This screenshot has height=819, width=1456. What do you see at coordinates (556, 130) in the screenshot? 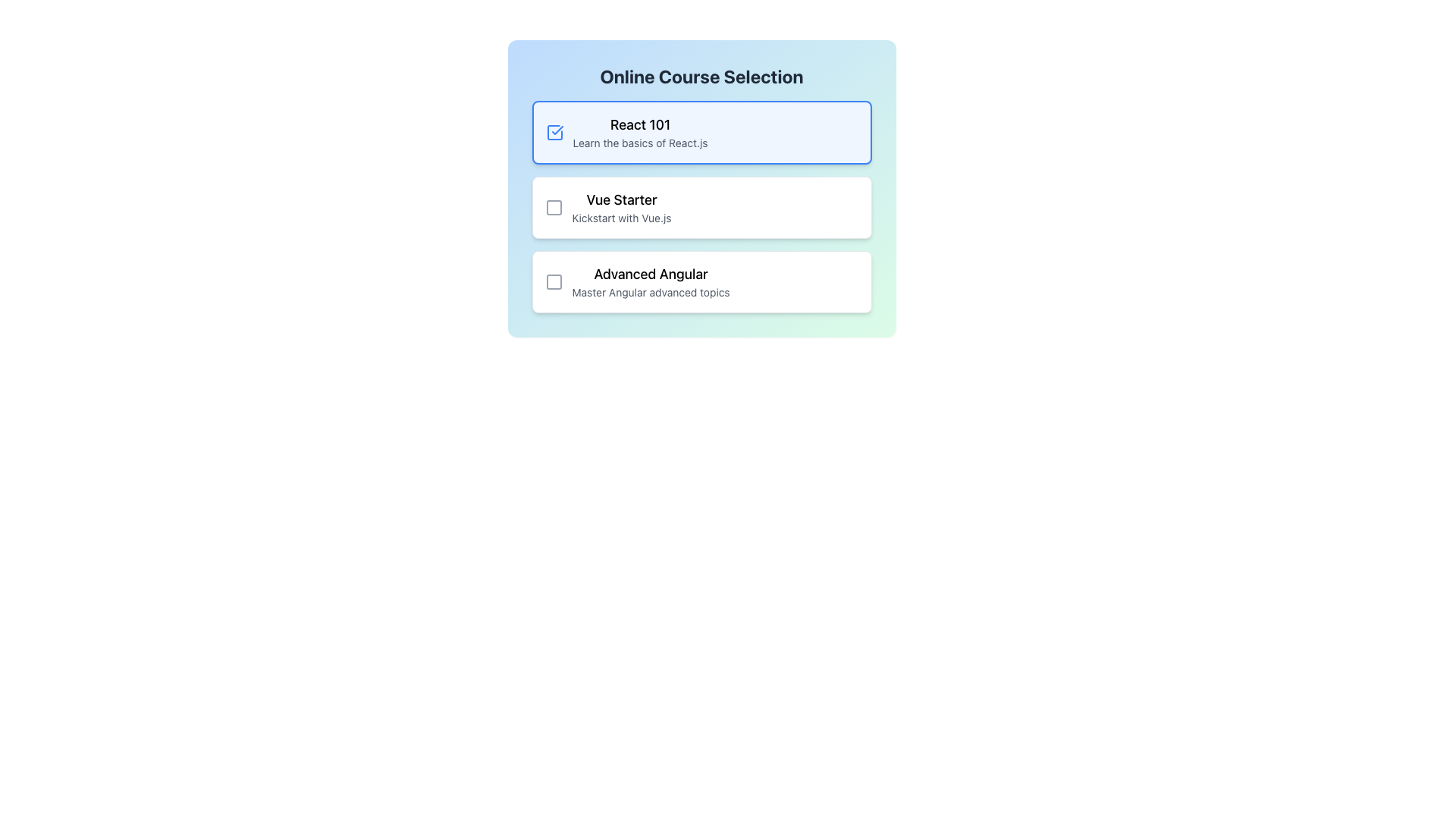
I see `the checkmark icon that signifies the selection of the 'React 101' course, located to the left of the course name in a blue-outlined rectangle` at bounding box center [556, 130].